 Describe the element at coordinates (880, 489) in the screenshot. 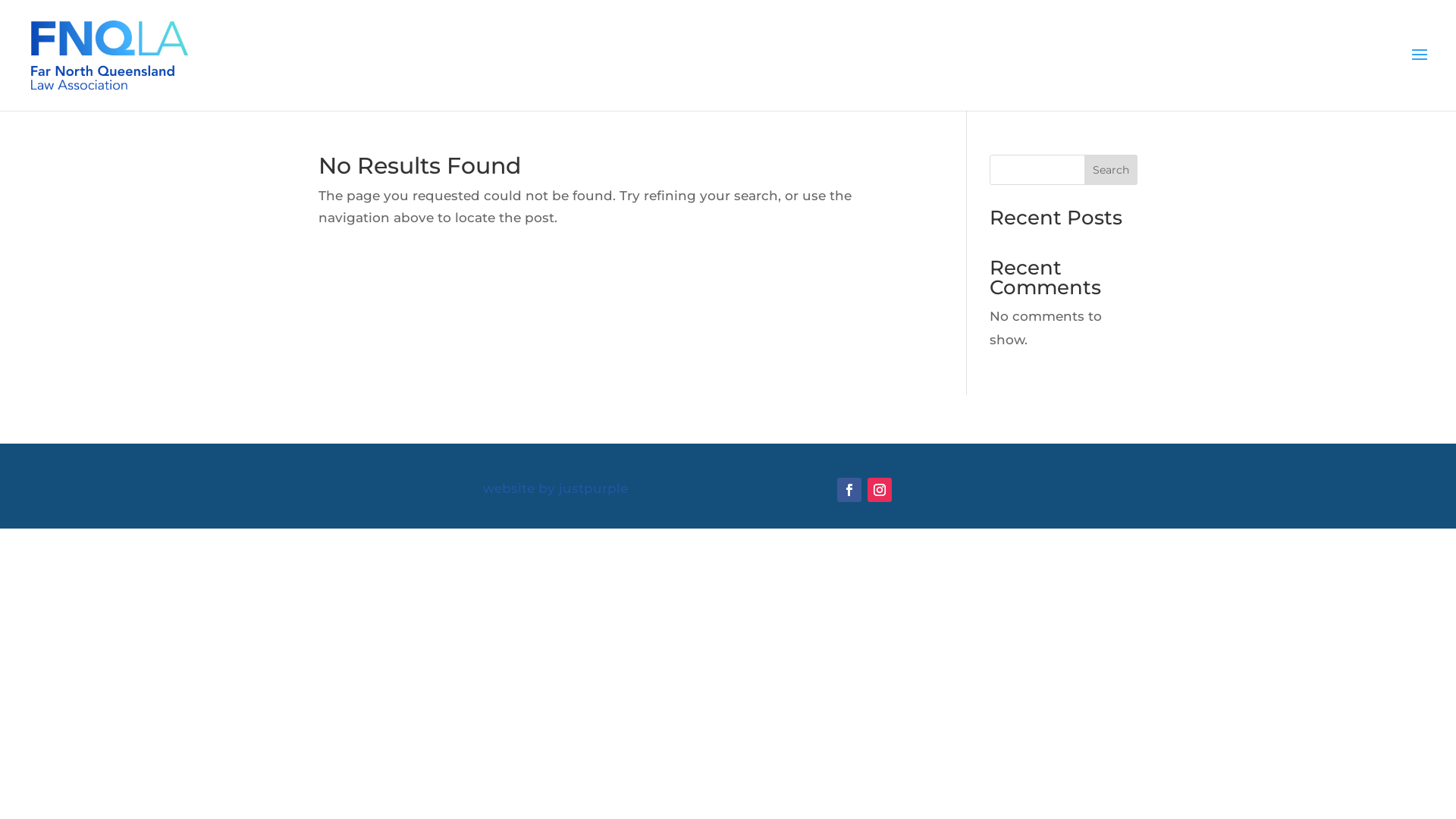

I see `'Follow on Instagram'` at that location.